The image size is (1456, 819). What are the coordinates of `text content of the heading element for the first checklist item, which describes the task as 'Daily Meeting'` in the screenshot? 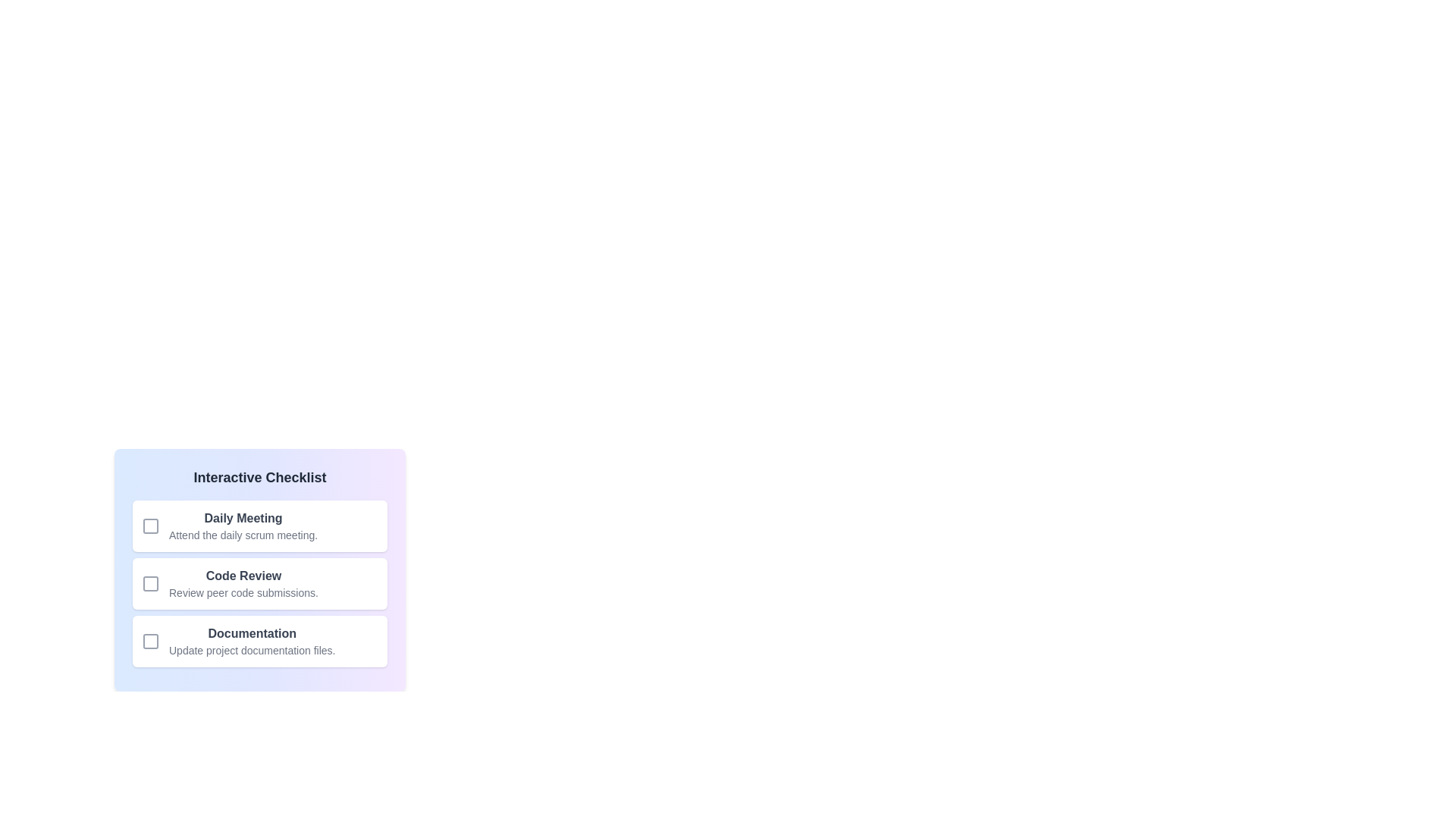 It's located at (243, 517).